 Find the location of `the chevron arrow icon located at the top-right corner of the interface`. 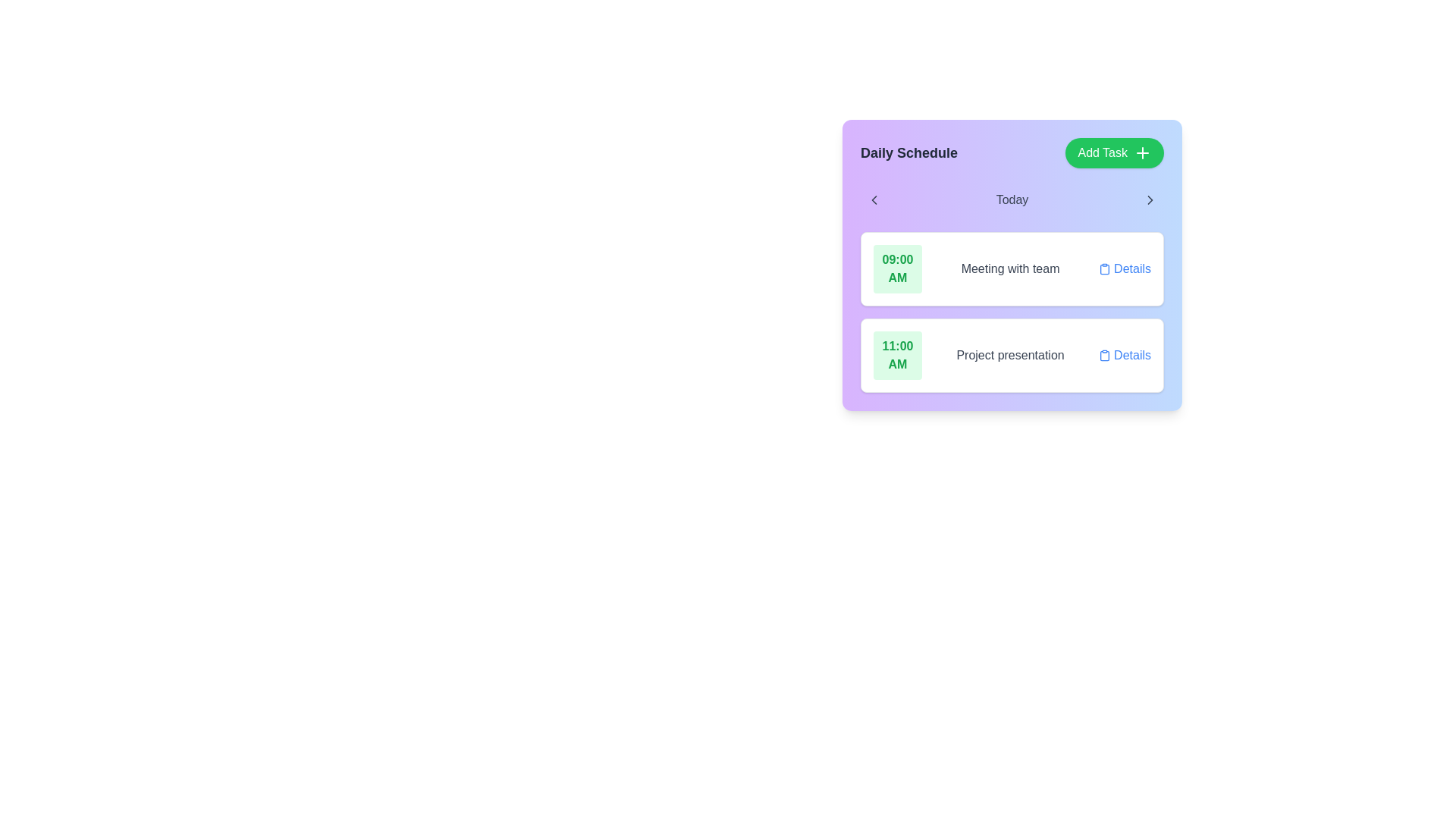

the chevron arrow icon located at the top-right corner of the interface is located at coordinates (1150, 199).